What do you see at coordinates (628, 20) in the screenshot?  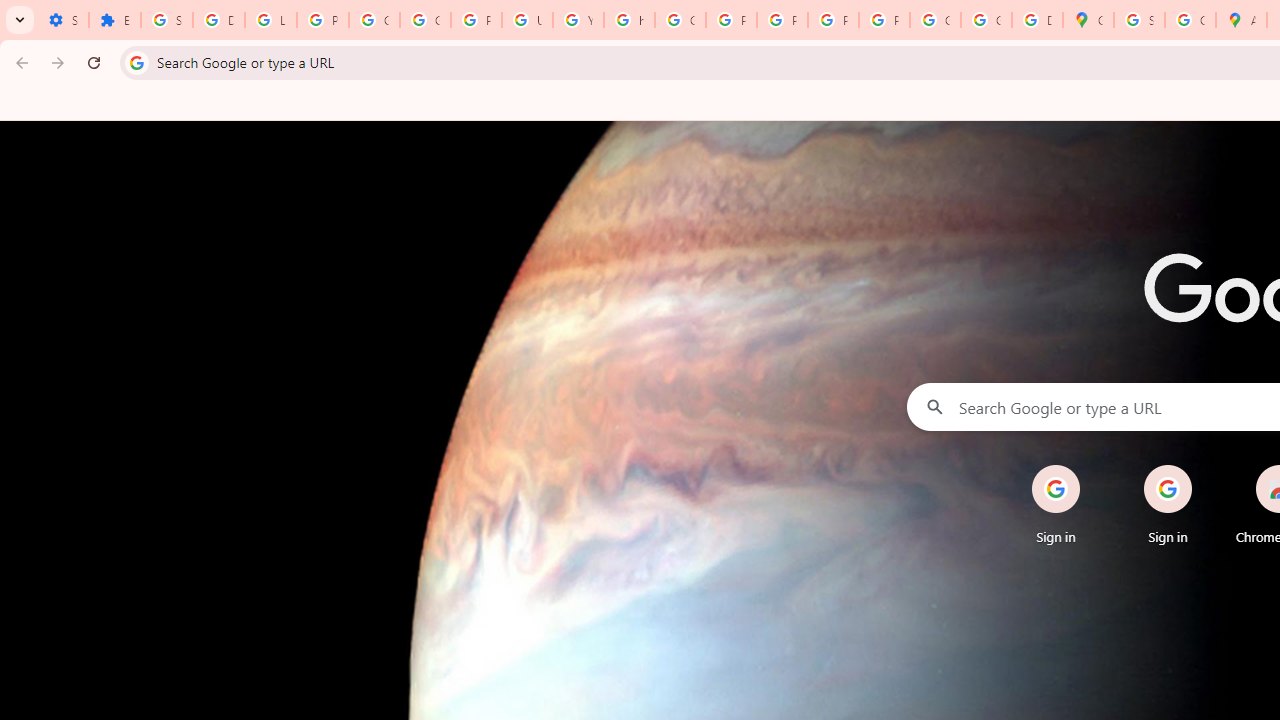 I see `'https://scholar.google.com/'` at bounding box center [628, 20].